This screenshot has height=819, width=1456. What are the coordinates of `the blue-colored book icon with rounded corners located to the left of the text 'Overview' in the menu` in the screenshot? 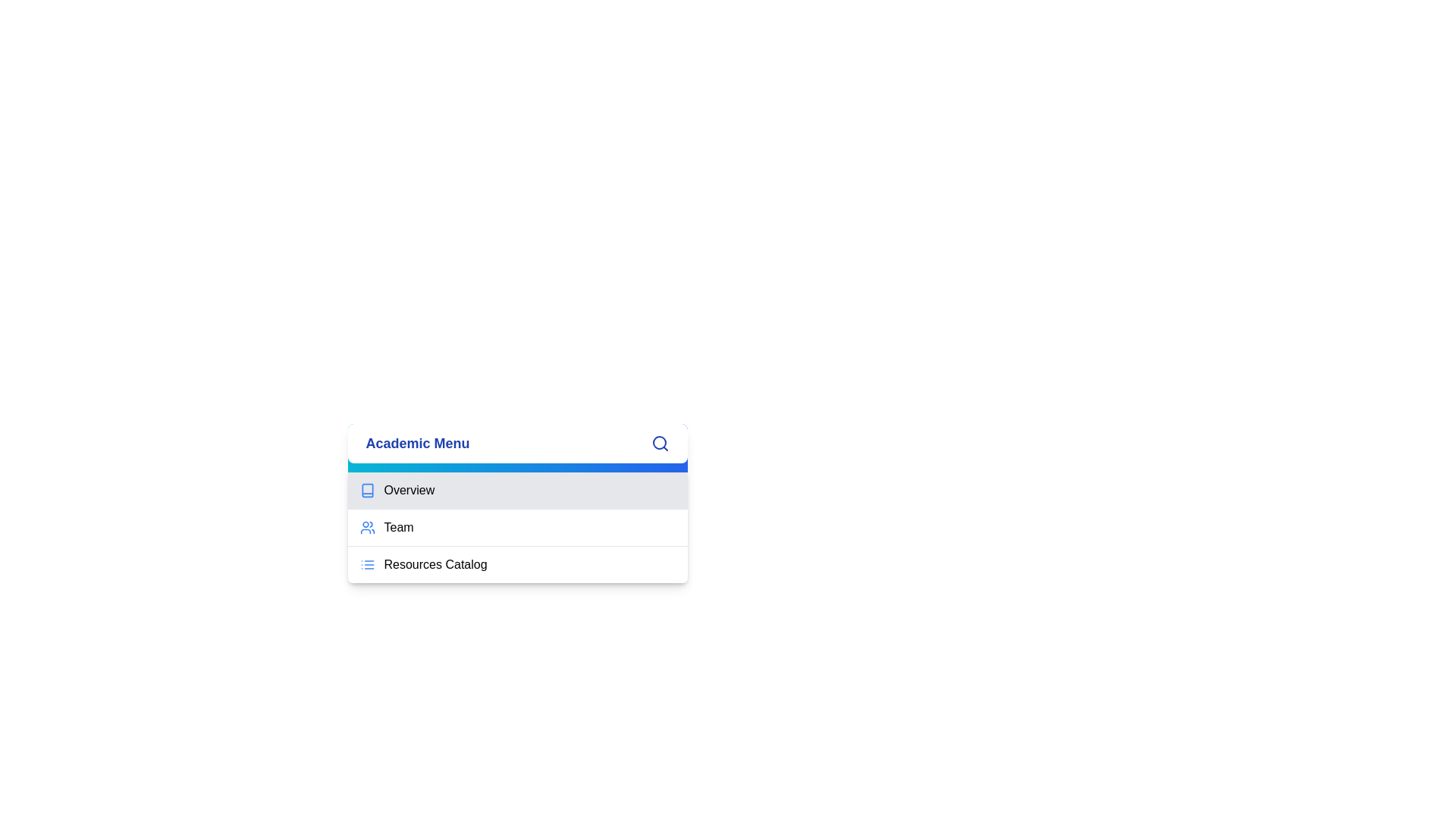 It's located at (367, 491).